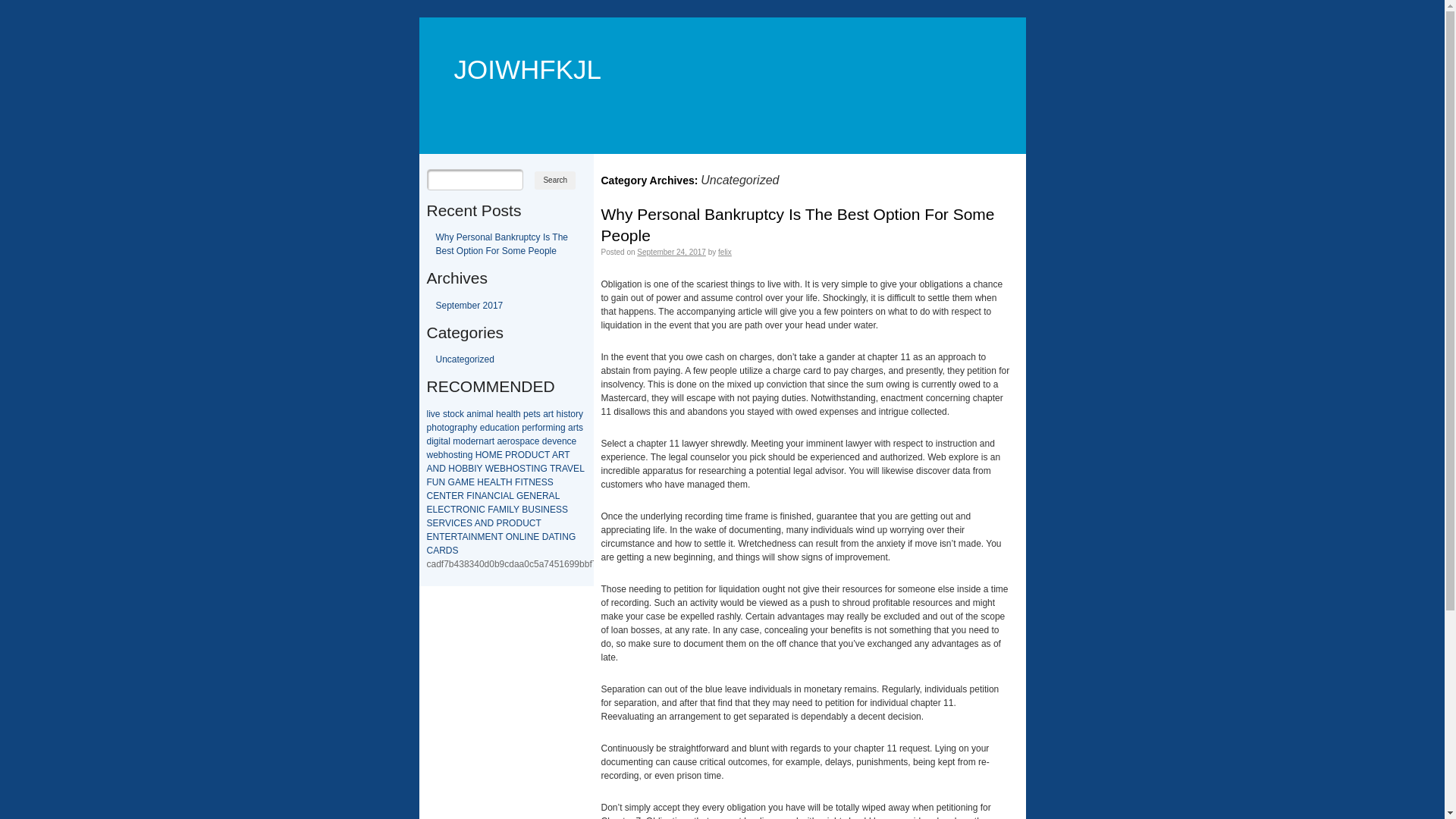  Describe the element at coordinates (516, 427) in the screenshot. I see `'n'` at that location.